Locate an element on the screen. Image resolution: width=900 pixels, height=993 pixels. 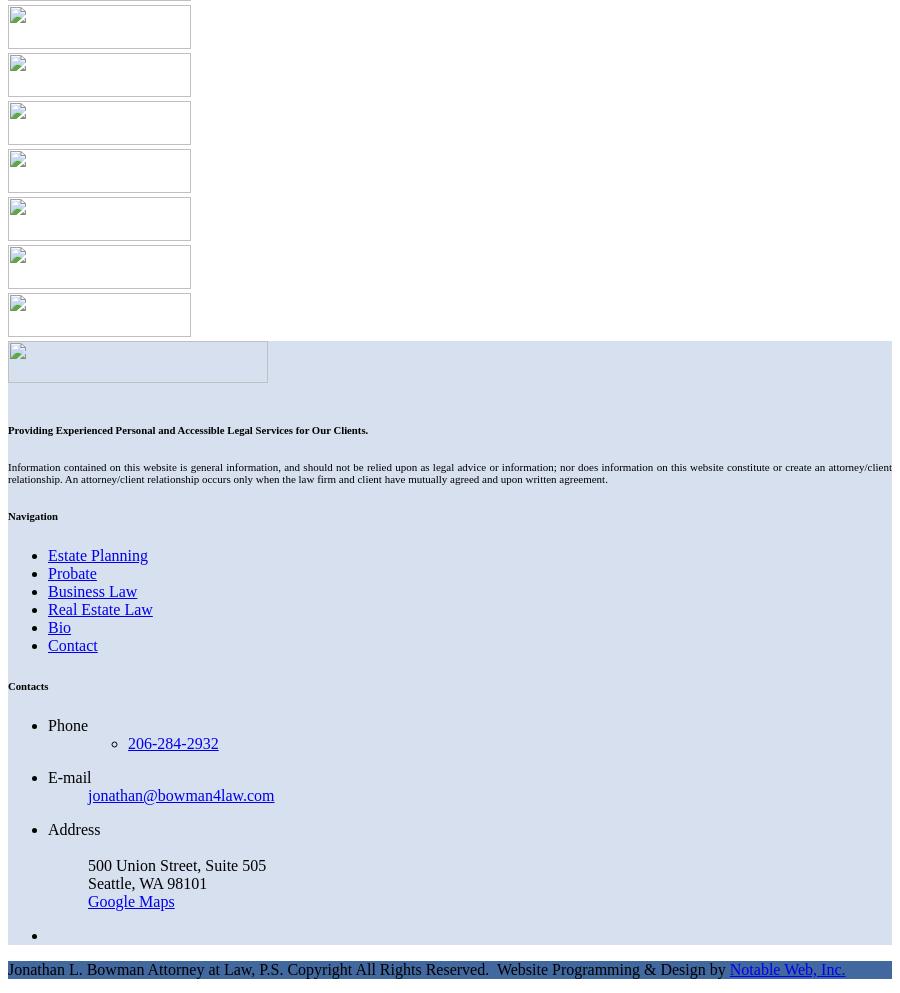
'Google Maps' is located at coordinates (131, 900).